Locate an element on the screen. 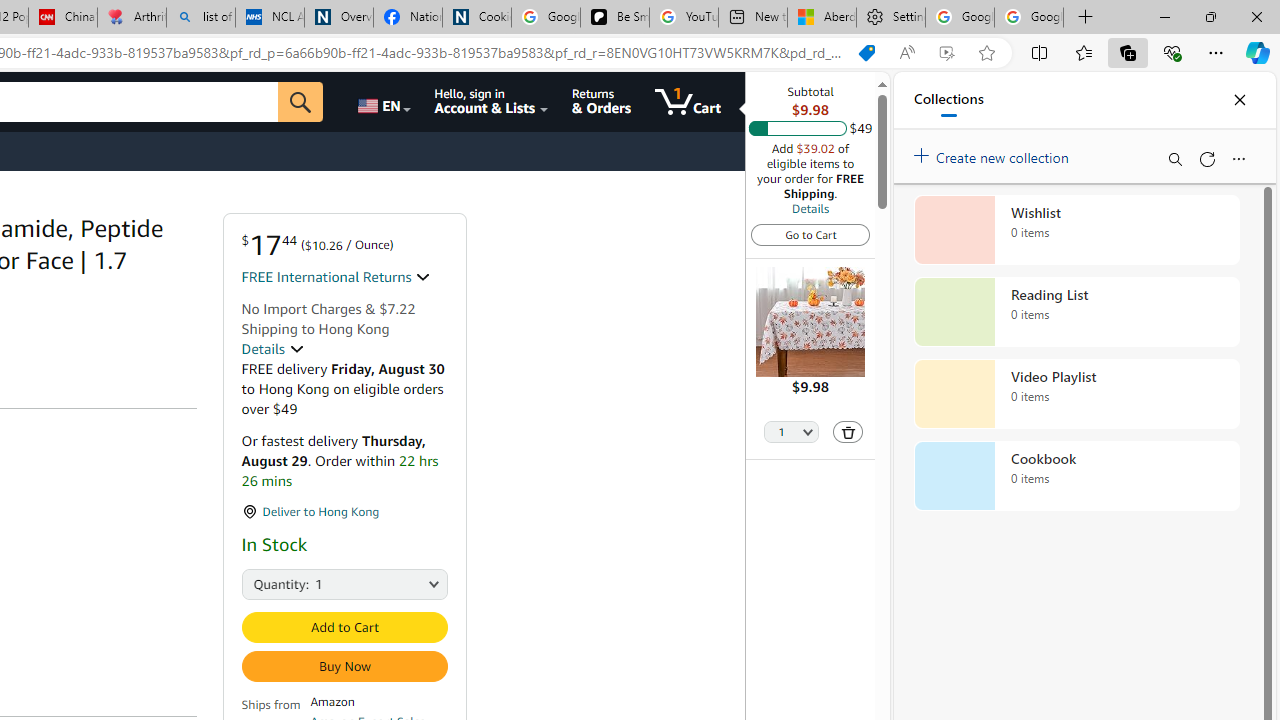 Image resolution: width=1280 pixels, height=720 pixels. 'Delete' is located at coordinates (848, 430).